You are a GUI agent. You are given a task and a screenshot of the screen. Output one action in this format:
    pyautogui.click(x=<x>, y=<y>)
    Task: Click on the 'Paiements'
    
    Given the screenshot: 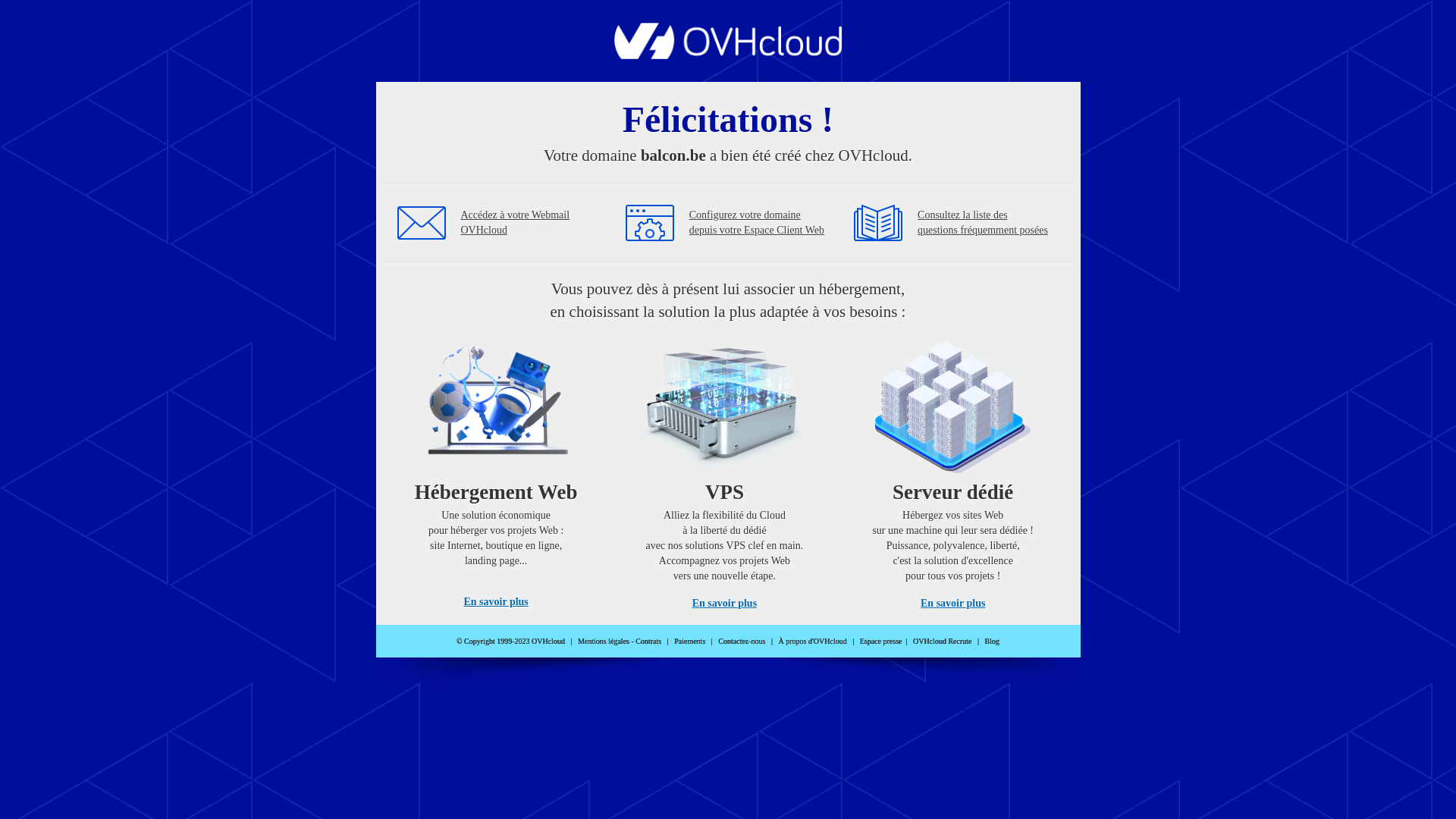 What is the action you would take?
    pyautogui.click(x=689, y=641)
    